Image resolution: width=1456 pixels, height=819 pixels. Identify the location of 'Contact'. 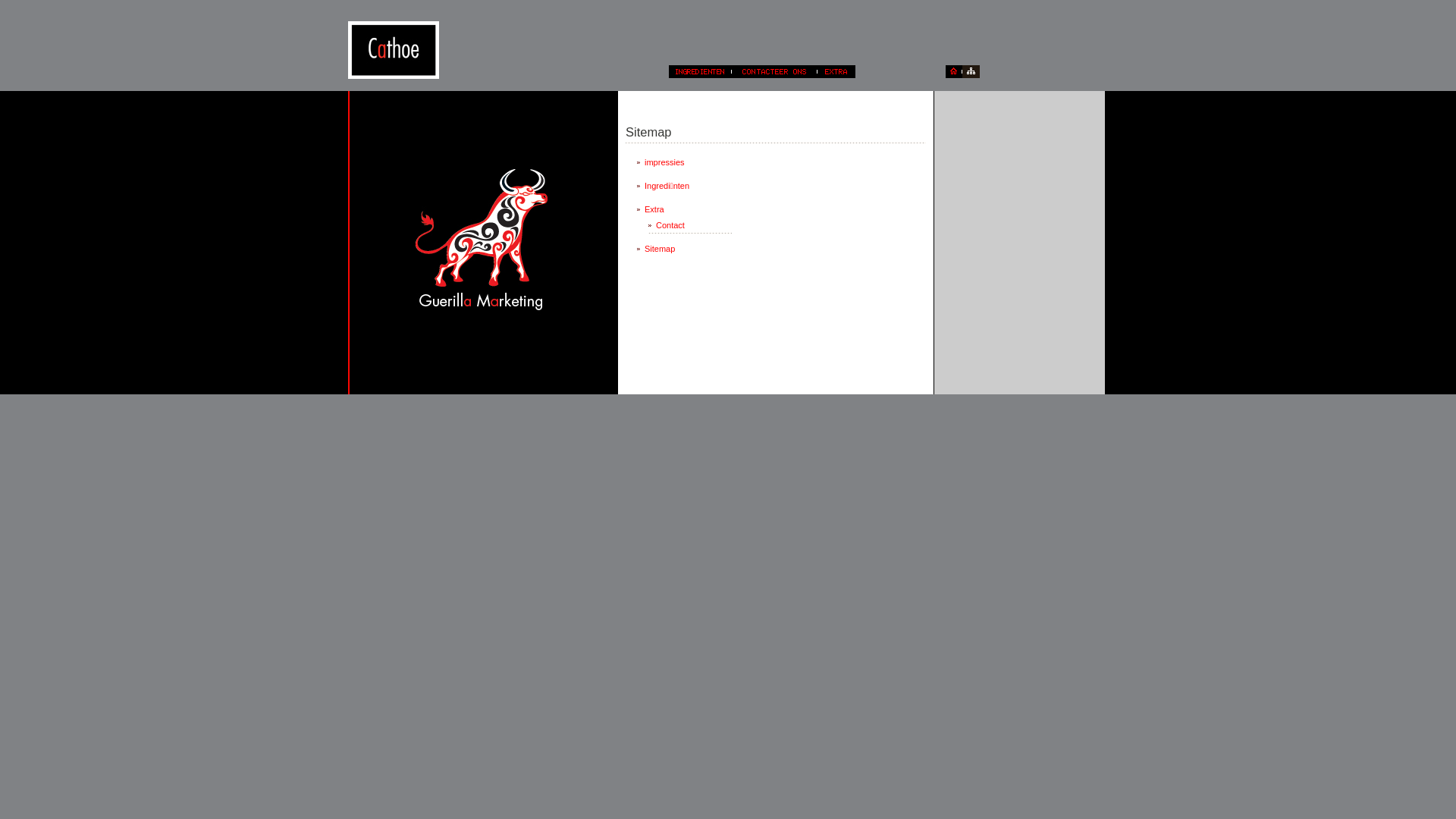
(689, 225).